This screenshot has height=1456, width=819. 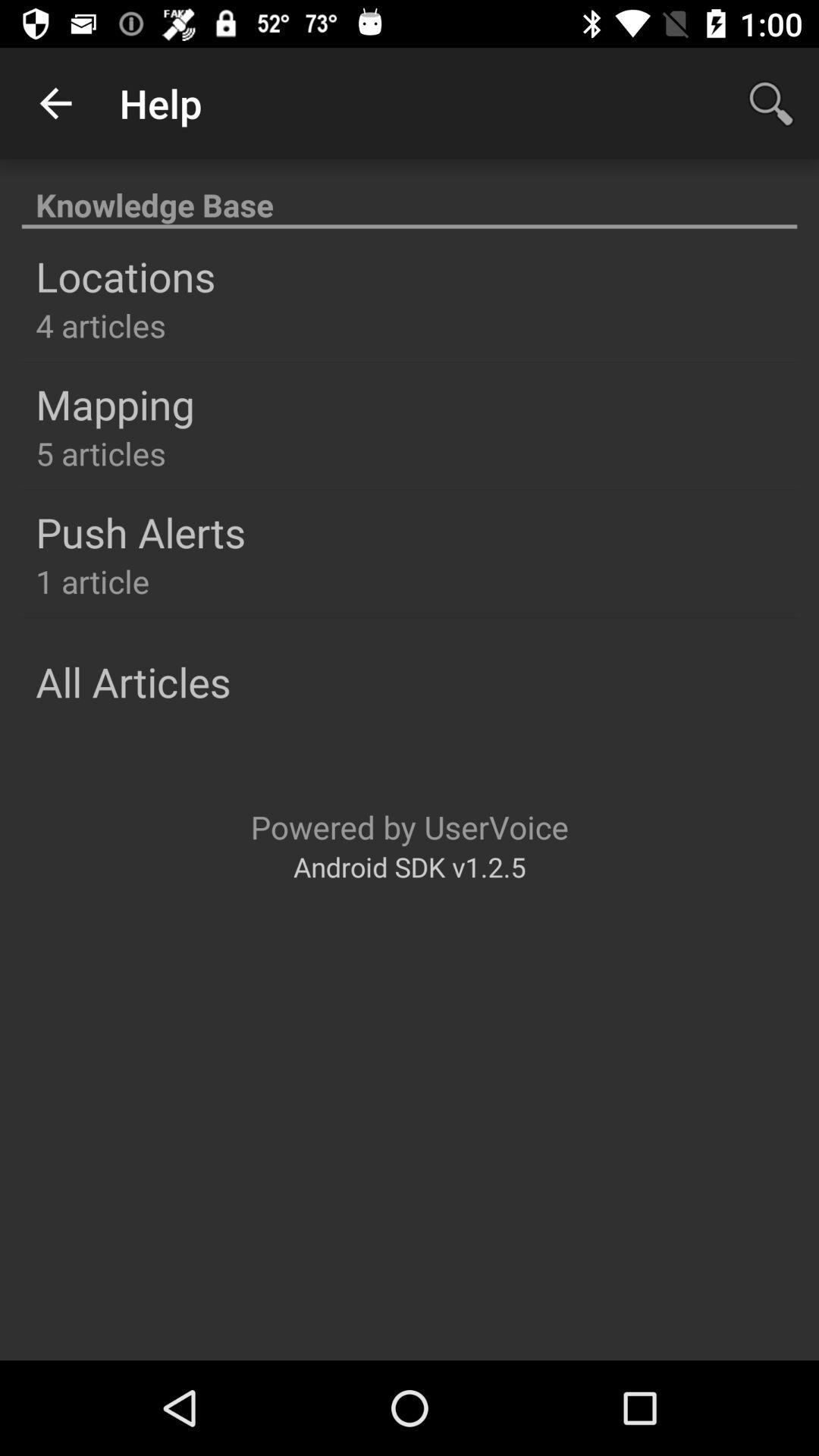 What do you see at coordinates (124, 276) in the screenshot?
I see `icon above 4 articles icon` at bounding box center [124, 276].